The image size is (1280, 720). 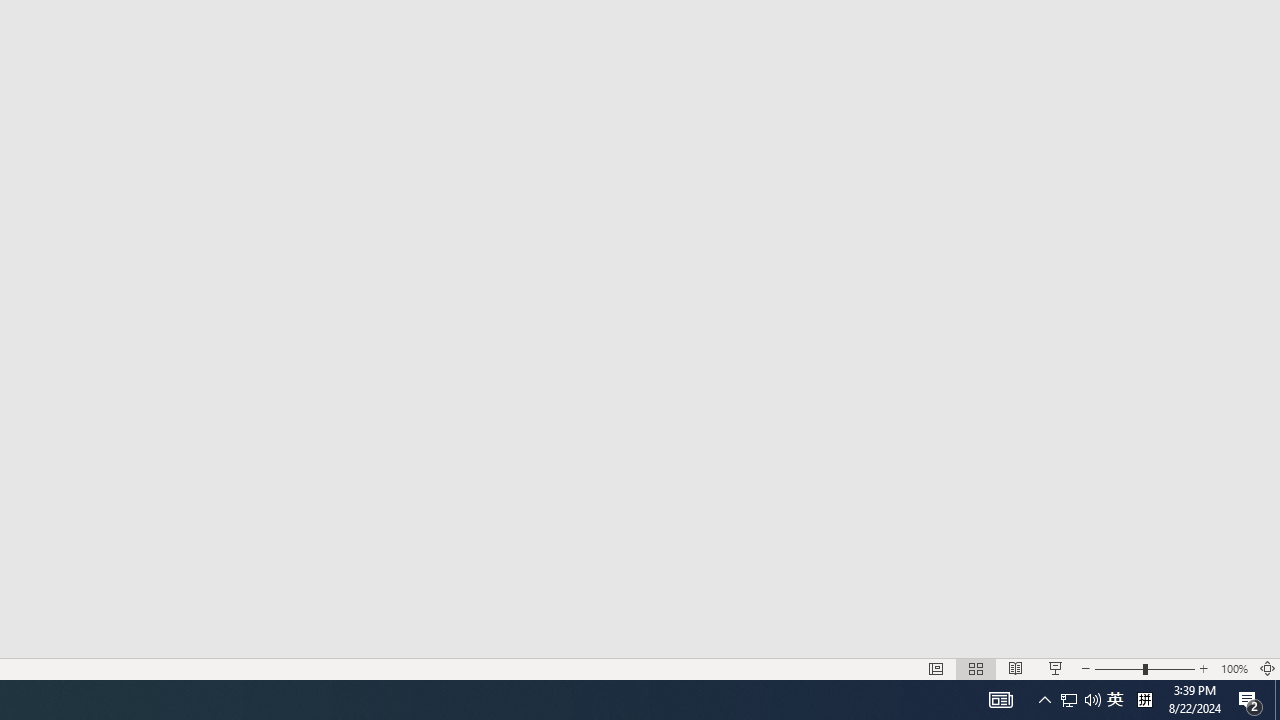 I want to click on 'Zoom', so click(x=1092, y=698).